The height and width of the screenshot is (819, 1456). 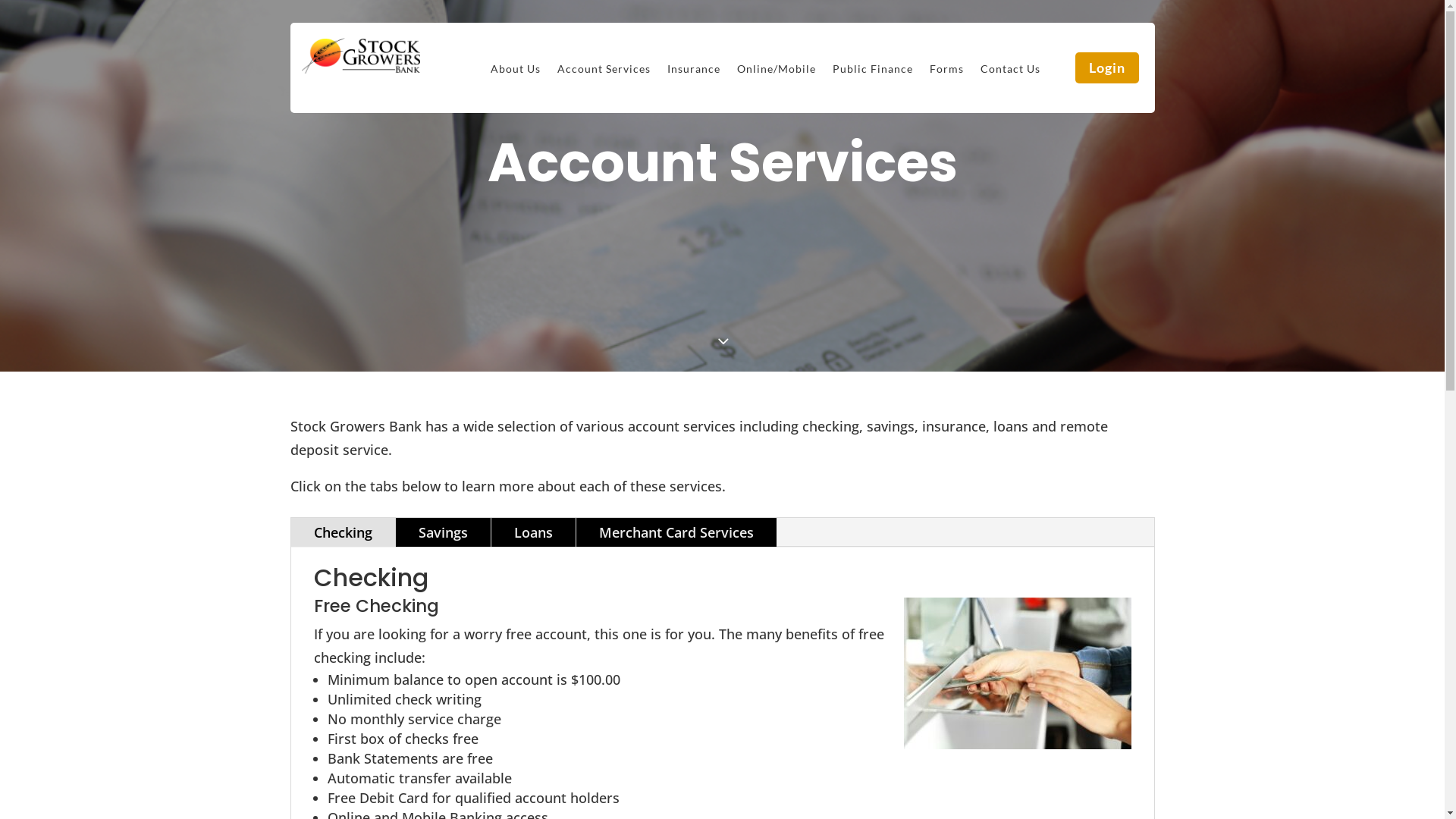 I want to click on 'Public Finance', so click(x=873, y=72).